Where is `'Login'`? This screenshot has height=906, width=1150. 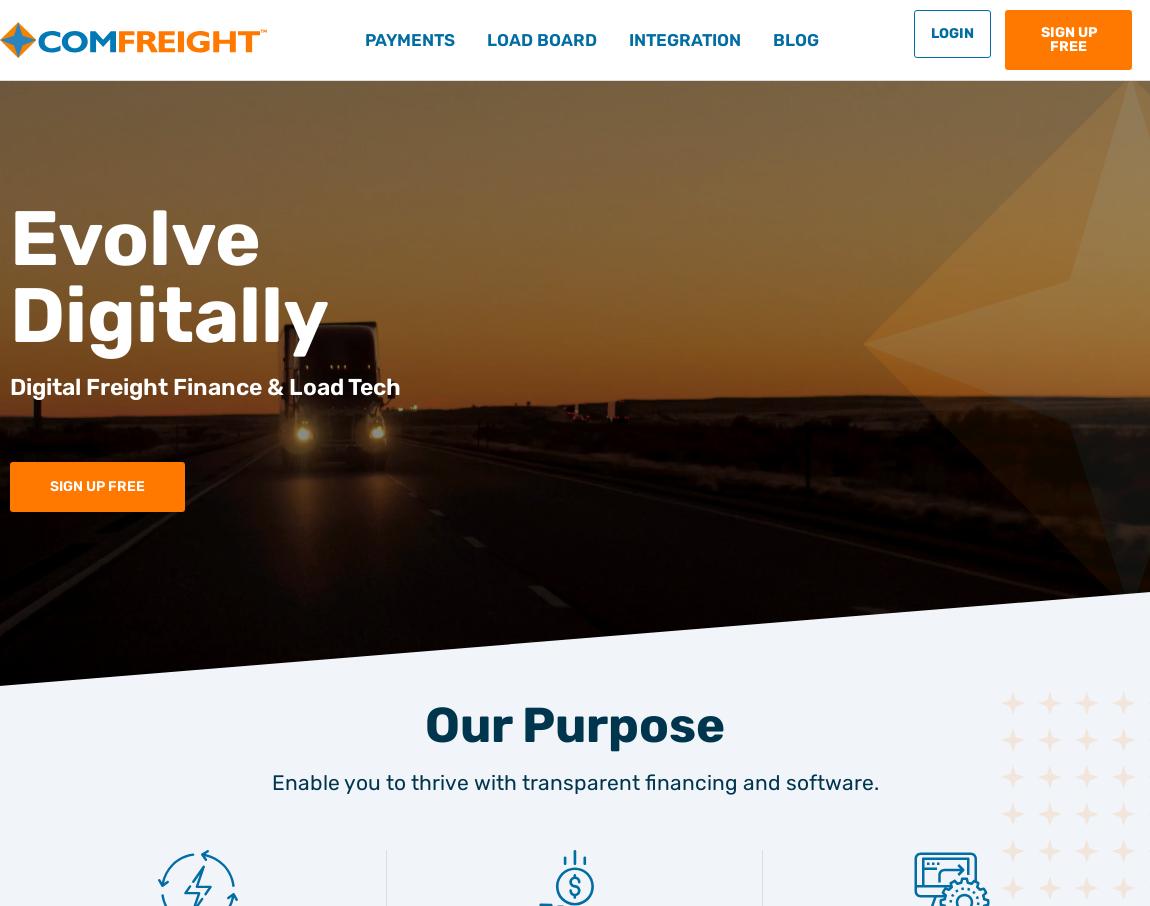 'Login' is located at coordinates (951, 32).